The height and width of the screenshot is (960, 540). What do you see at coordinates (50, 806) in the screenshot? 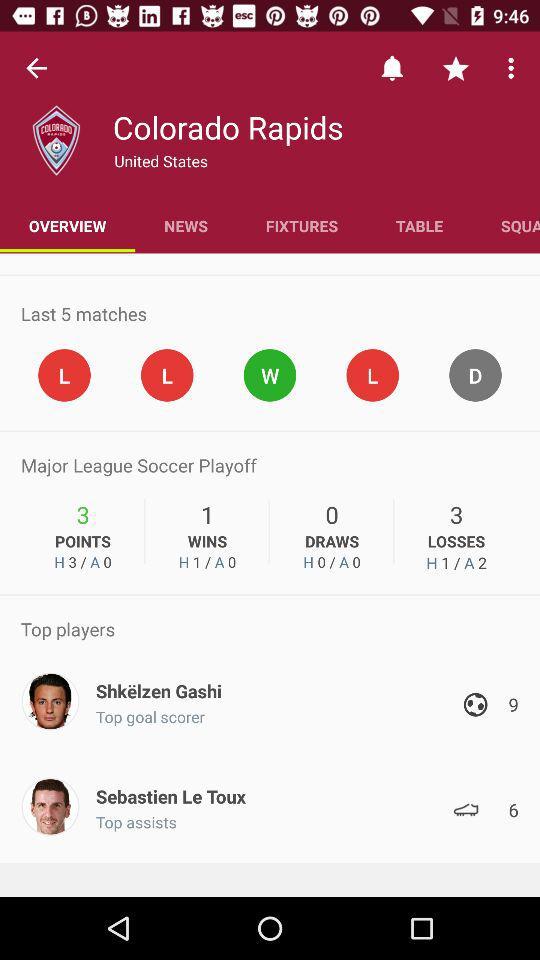
I see `the image on the bottom left corner of the web page` at bounding box center [50, 806].